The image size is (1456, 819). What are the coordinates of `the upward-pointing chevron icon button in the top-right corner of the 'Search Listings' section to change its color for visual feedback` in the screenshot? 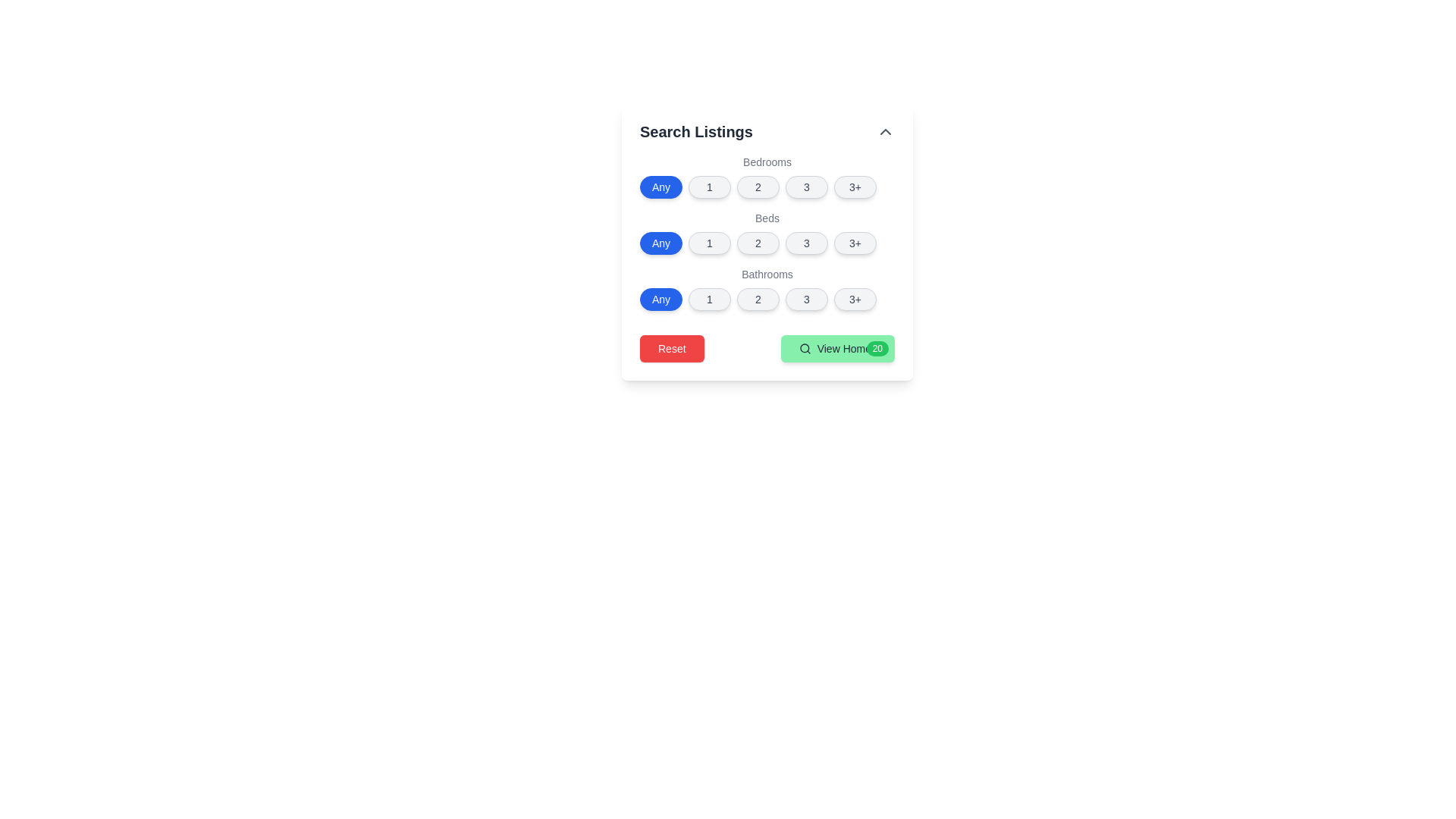 It's located at (885, 130).